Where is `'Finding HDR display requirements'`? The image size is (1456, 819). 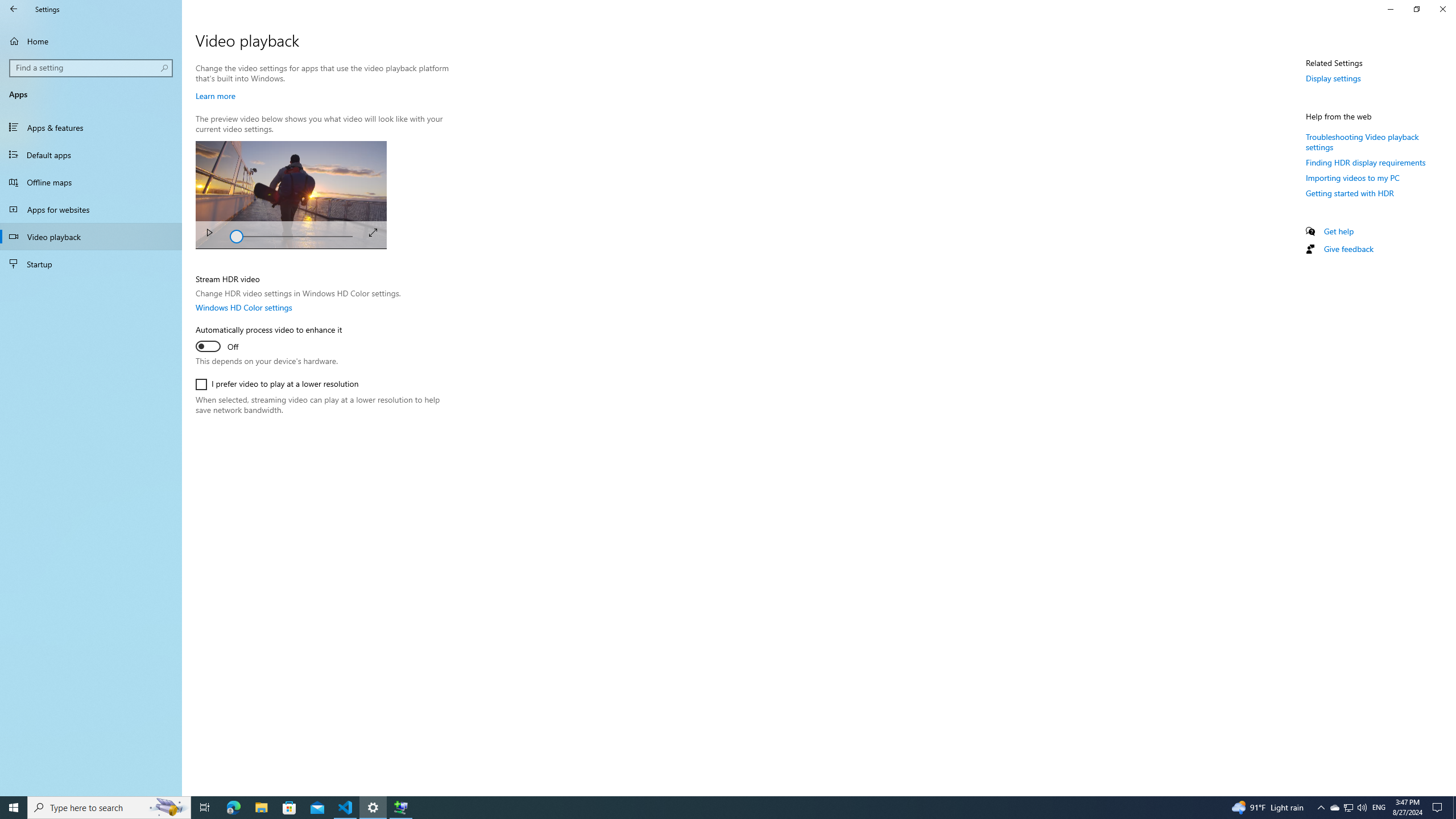 'Finding HDR display requirements' is located at coordinates (1366, 162).